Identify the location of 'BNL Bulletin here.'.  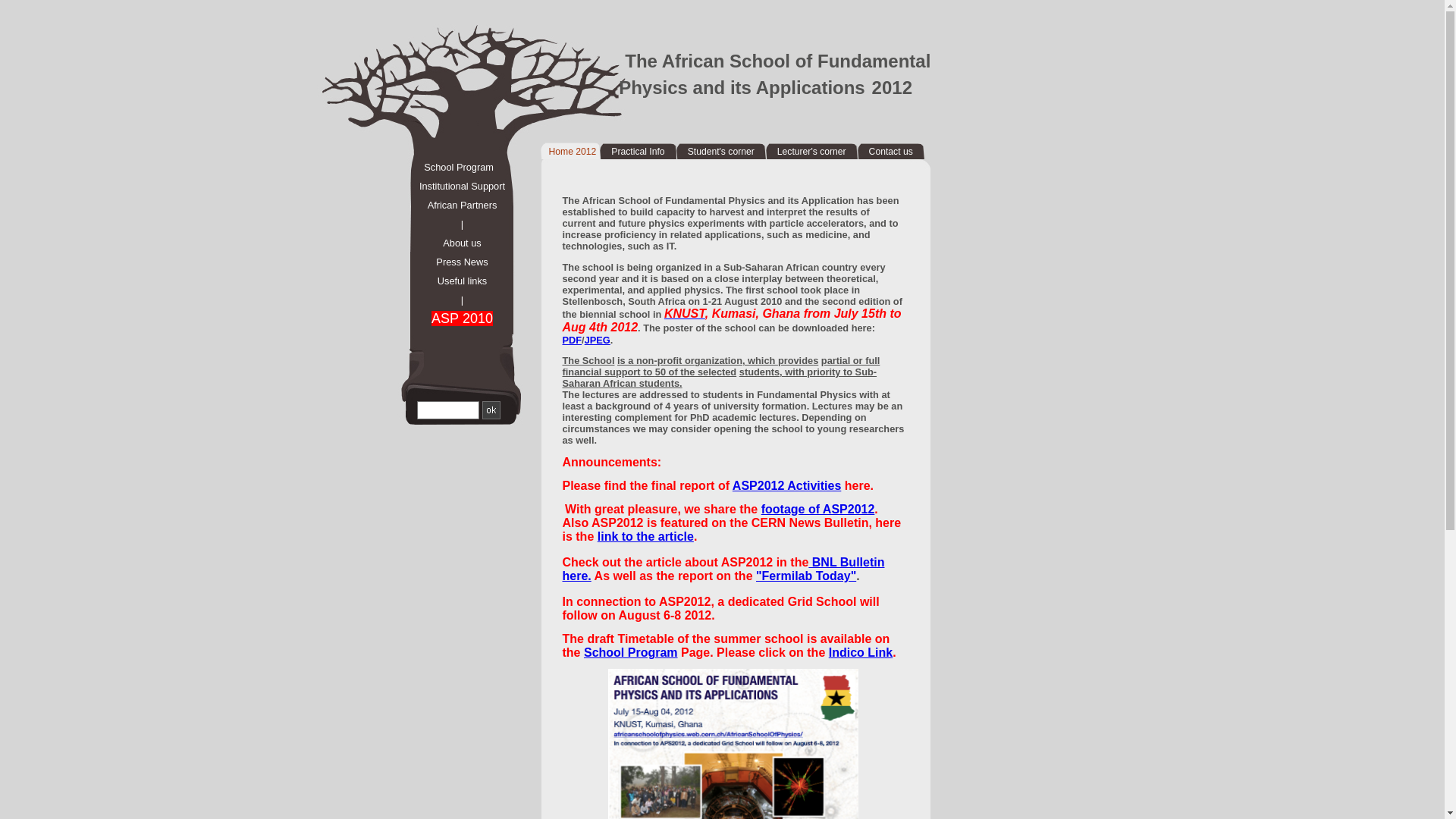
(723, 569).